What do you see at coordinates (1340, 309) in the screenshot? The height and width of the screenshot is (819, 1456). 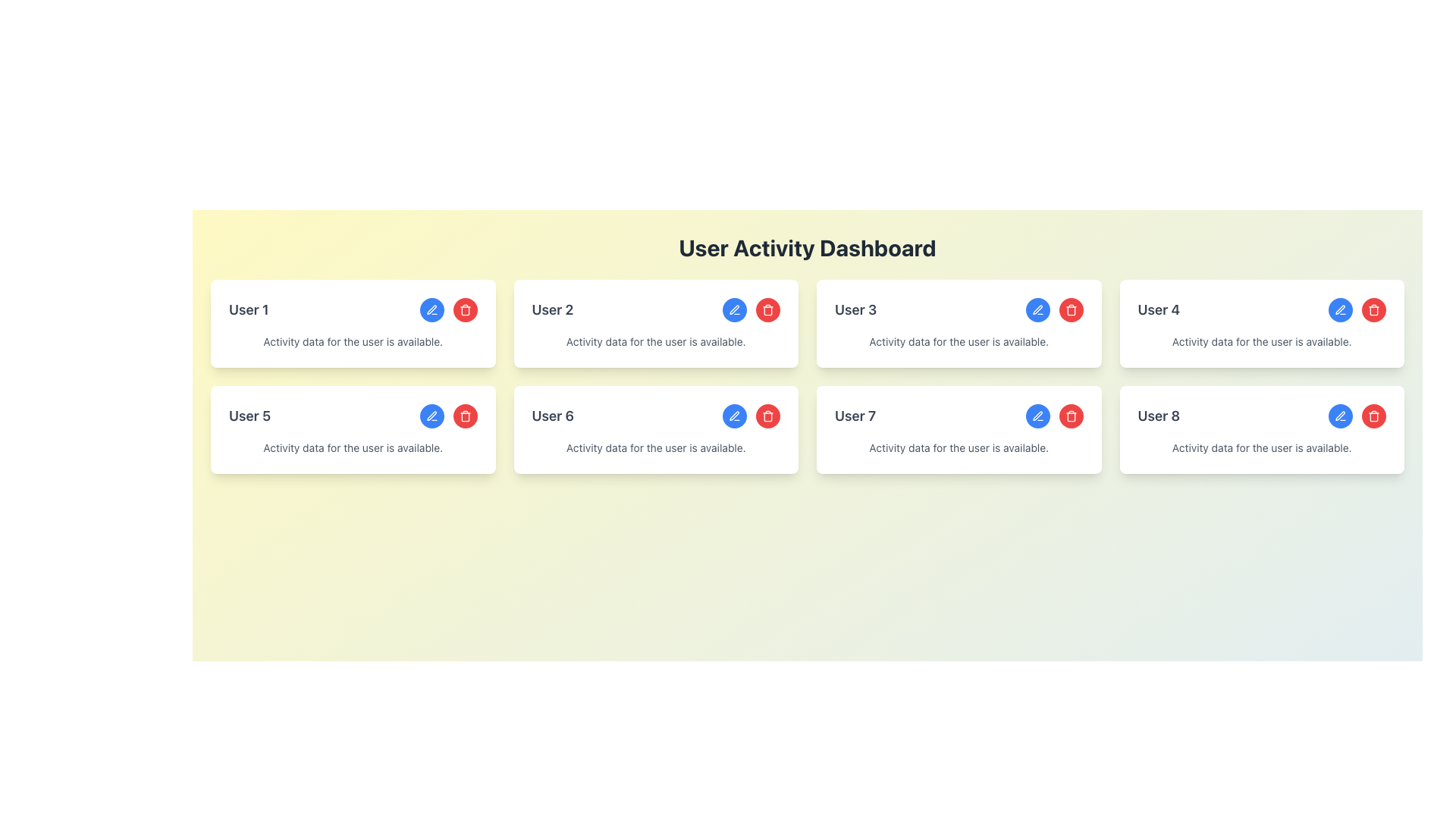 I see `the icon-based button located in the top-right section of the 'User 4' card` at bounding box center [1340, 309].